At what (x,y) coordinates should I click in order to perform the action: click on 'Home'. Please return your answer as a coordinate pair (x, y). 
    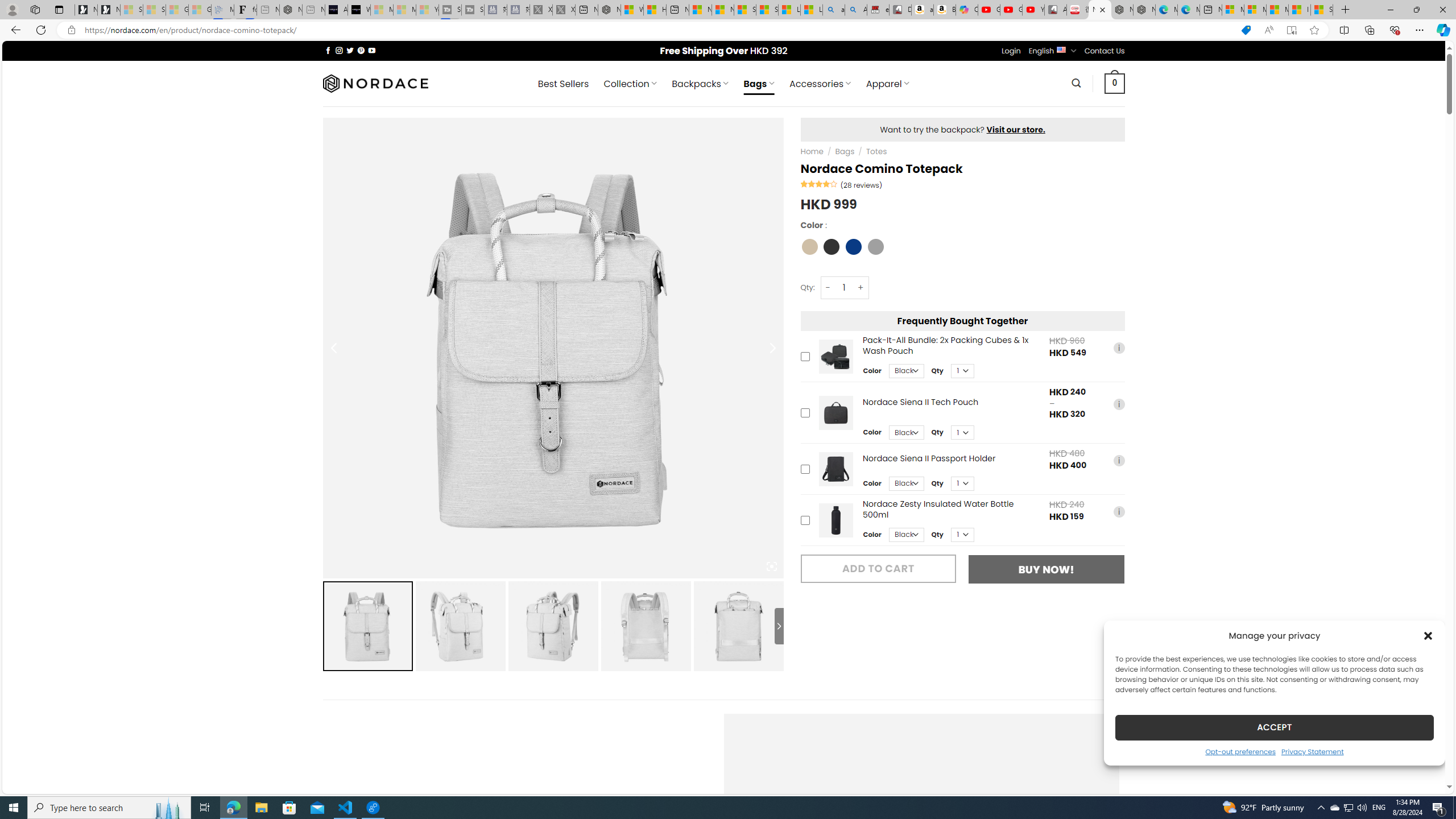
    Looking at the image, I should click on (812, 151).